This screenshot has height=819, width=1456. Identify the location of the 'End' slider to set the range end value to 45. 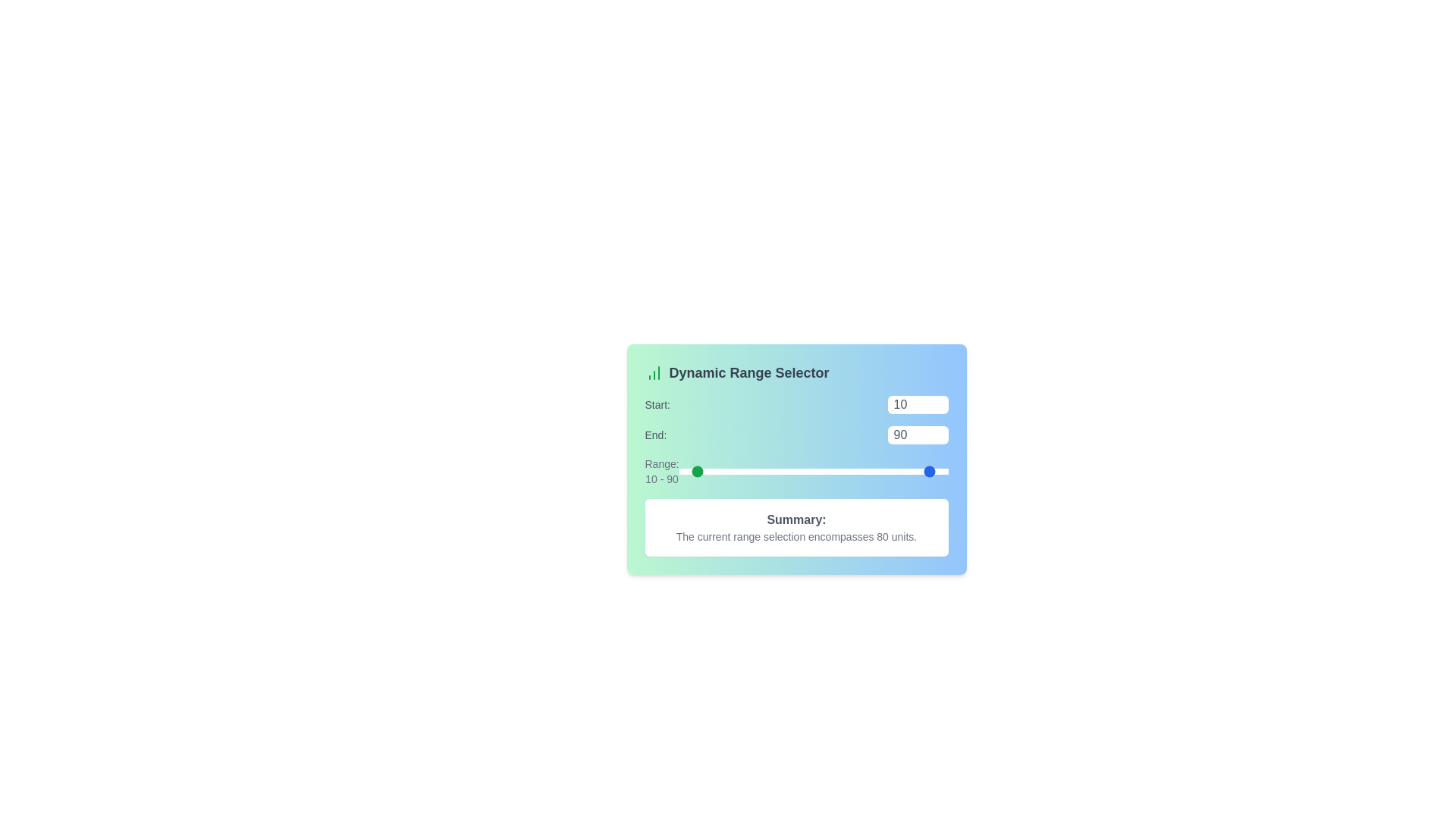
(874, 470).